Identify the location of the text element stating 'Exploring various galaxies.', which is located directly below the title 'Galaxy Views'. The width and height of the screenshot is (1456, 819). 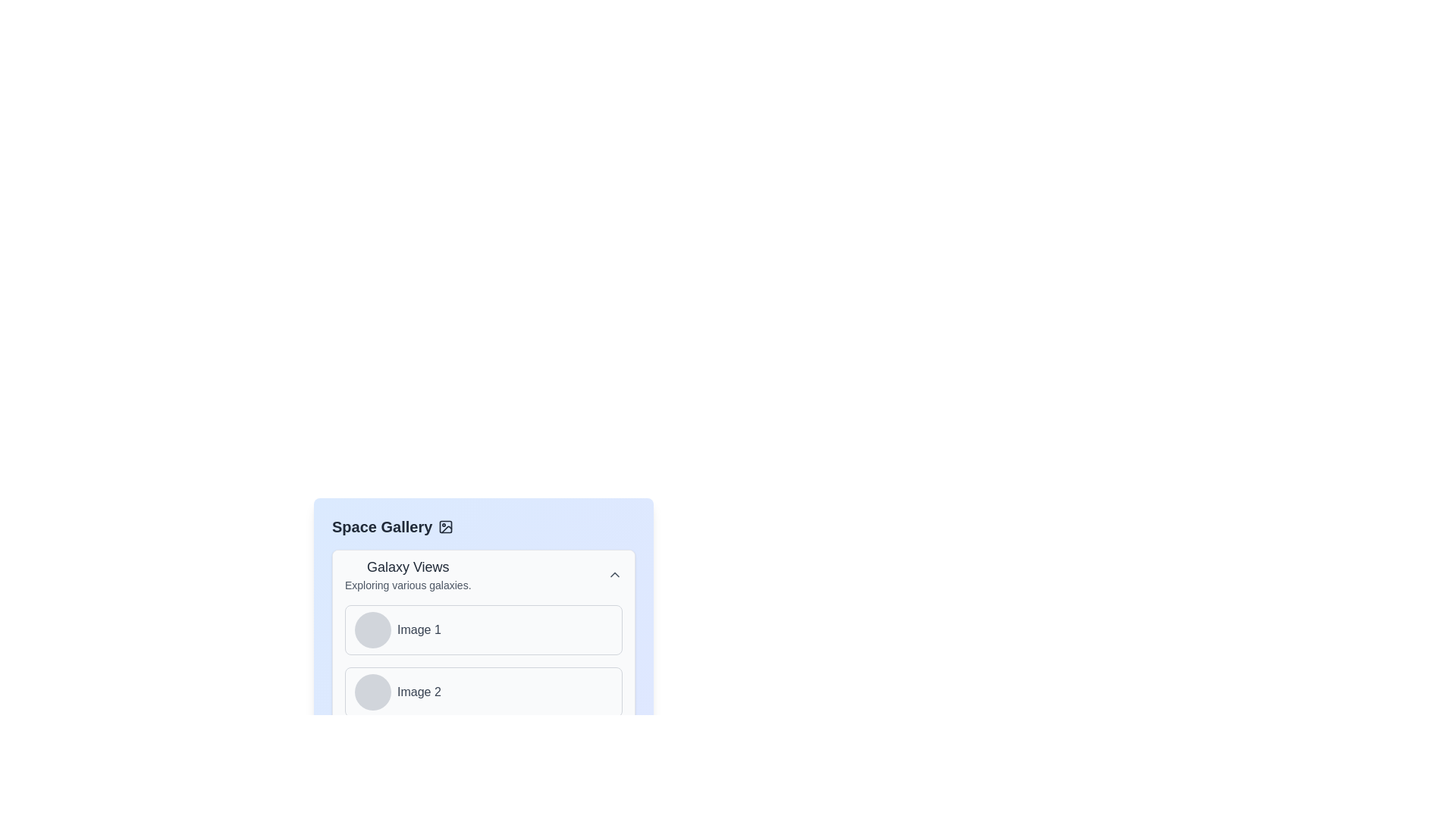
(408, 584).